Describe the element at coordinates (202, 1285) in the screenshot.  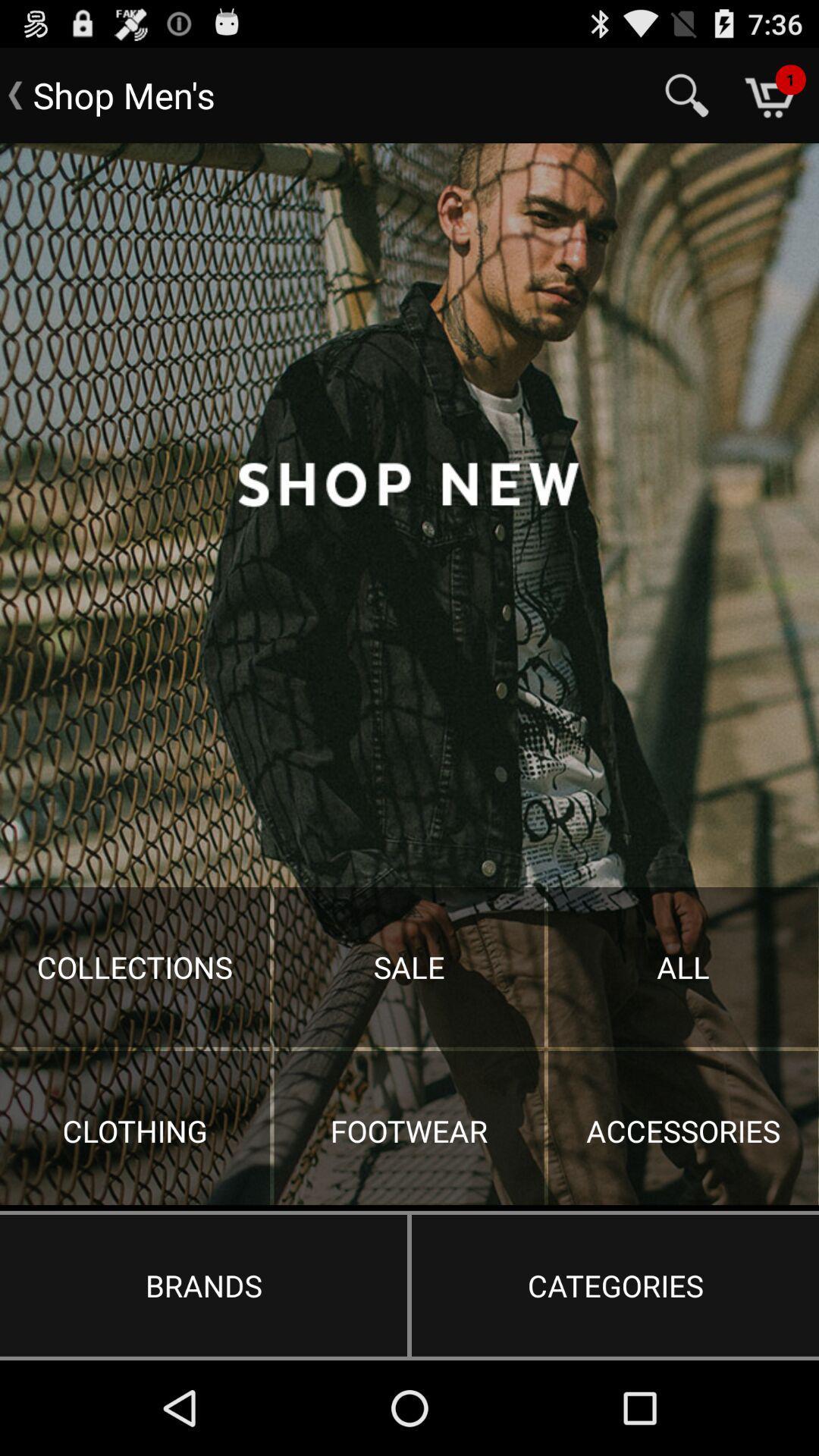
I see `brands icon` at that location.